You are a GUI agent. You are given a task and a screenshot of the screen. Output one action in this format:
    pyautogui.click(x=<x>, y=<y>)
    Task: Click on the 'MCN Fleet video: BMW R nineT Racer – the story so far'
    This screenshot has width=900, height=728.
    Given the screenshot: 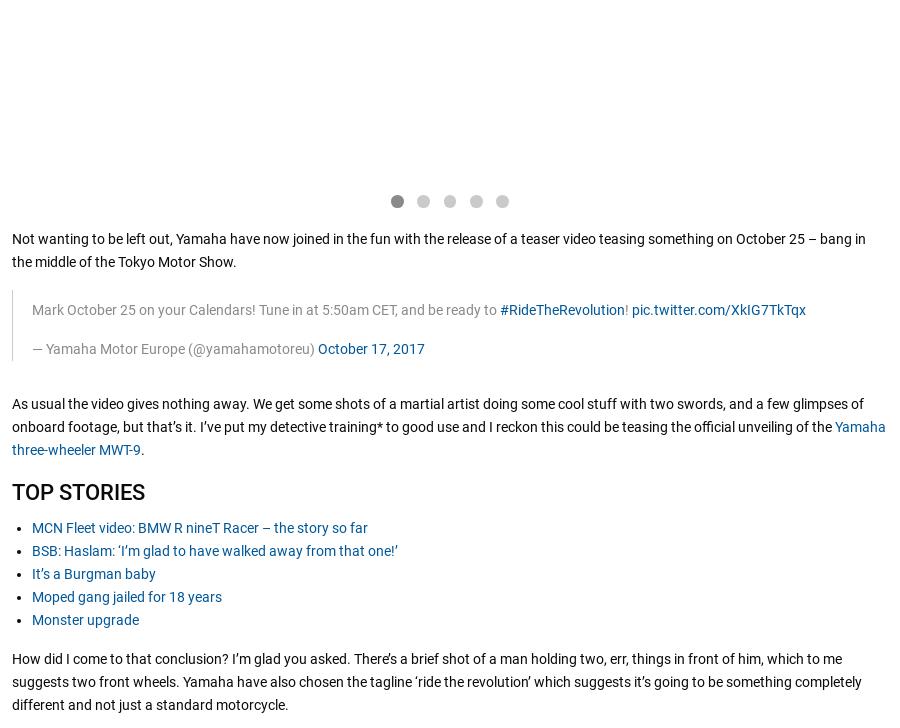 What is the action you would take?
    pyautogui.click(x=199, y=527)
    